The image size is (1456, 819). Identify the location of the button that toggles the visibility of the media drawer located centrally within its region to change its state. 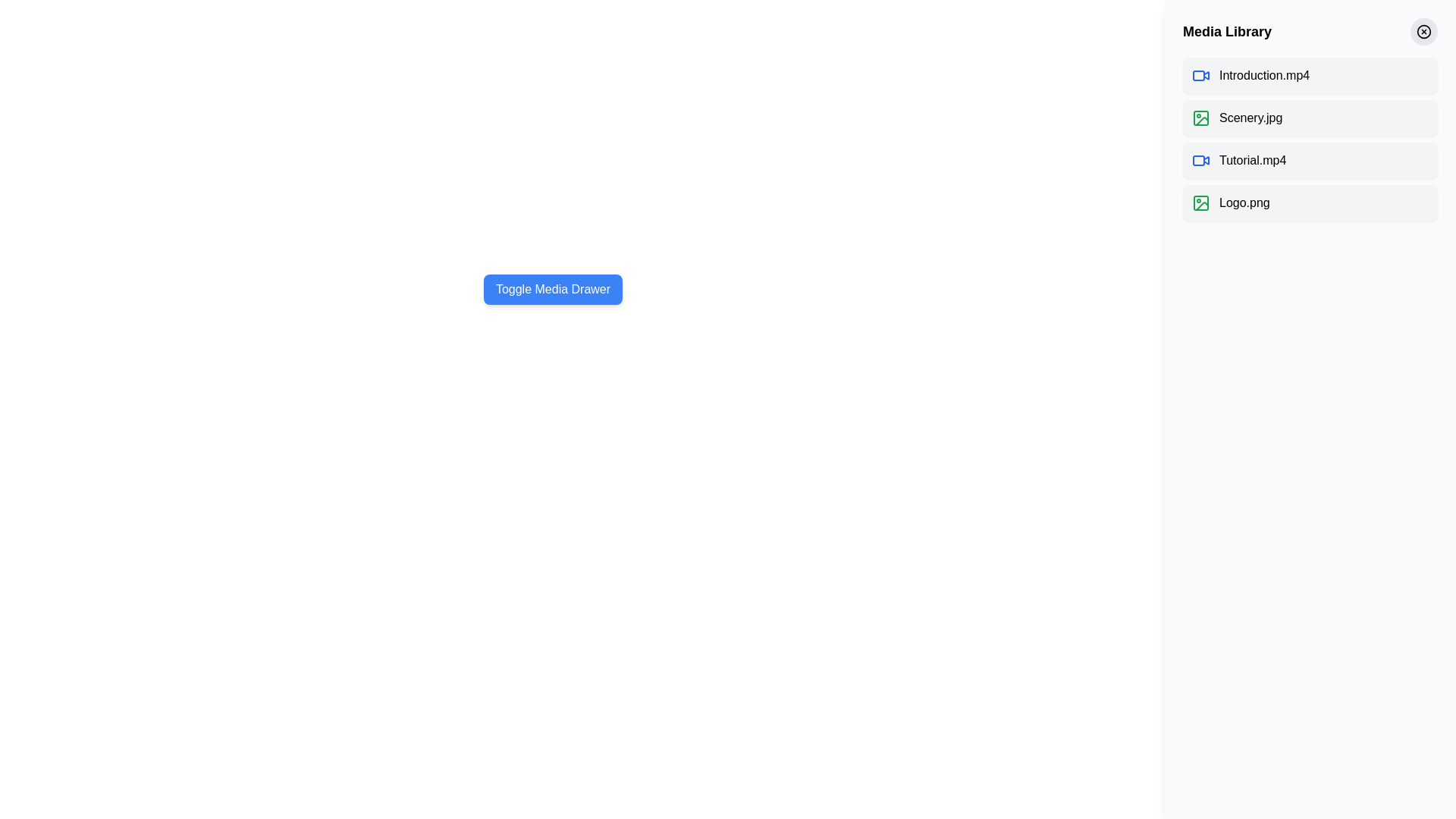
(552, 289).